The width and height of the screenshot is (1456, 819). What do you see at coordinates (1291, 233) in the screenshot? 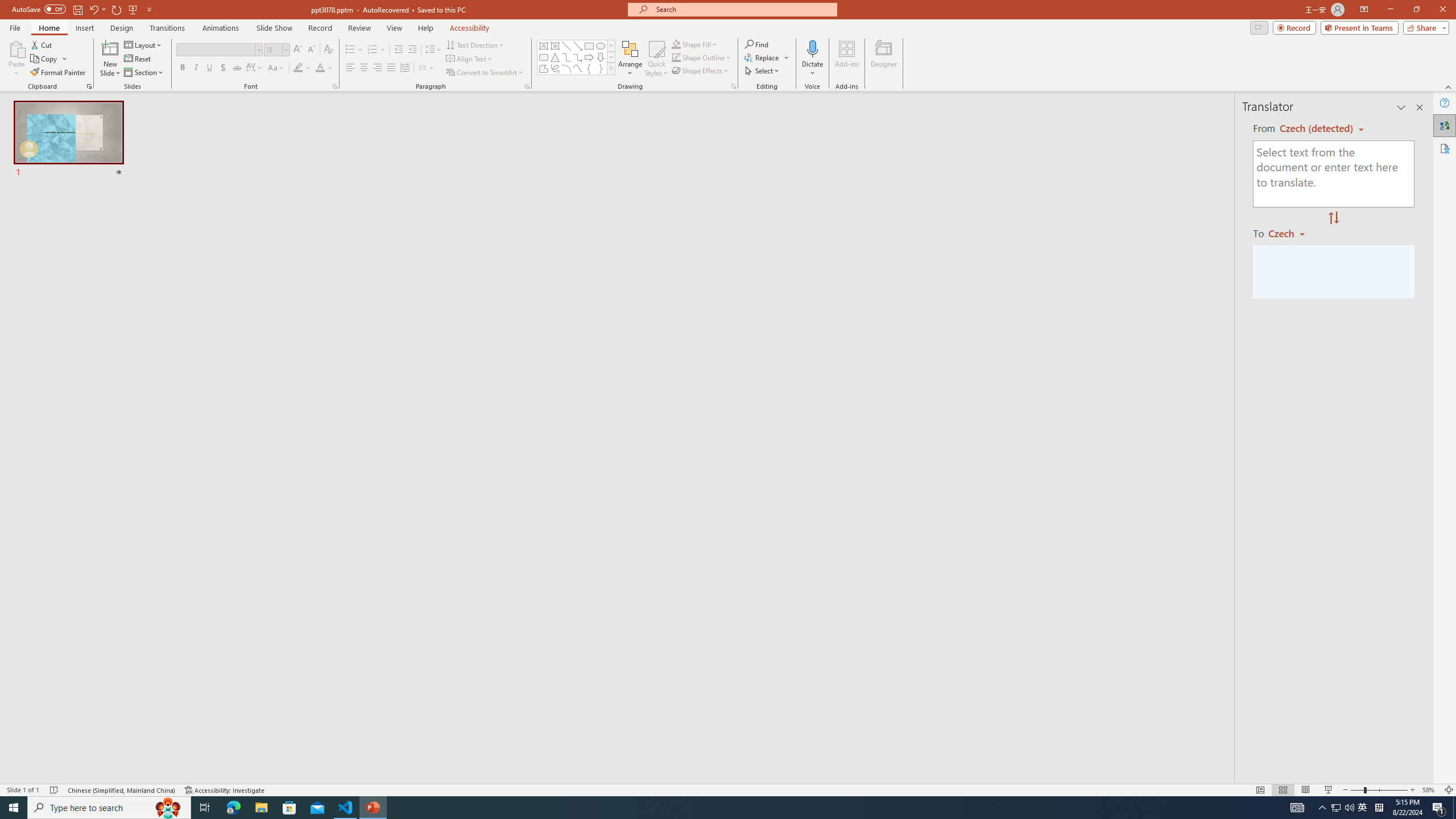
I see `'Czech'` at bounding box center [1291, 233].